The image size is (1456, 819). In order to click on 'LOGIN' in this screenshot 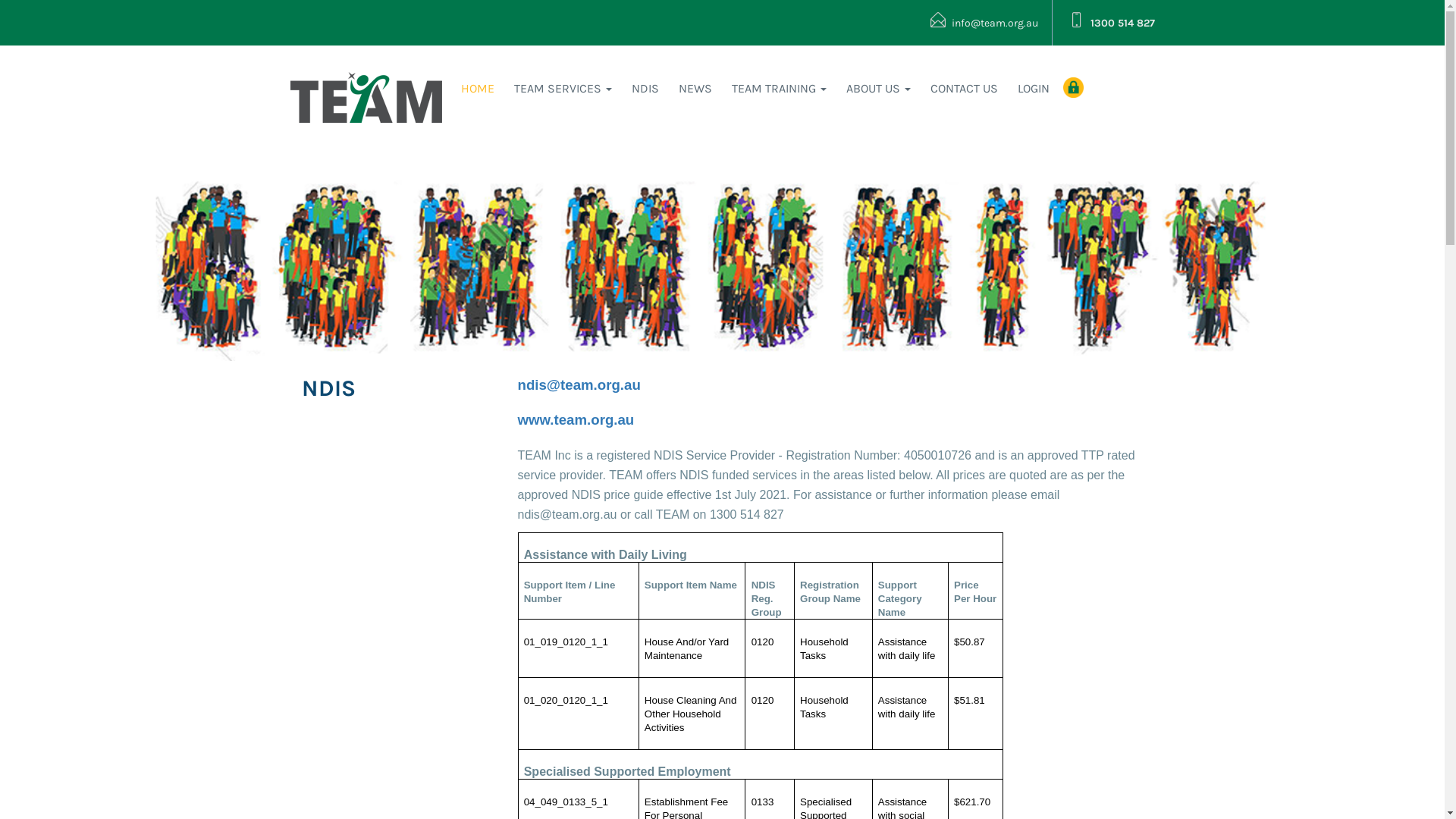, I will do `click(1033, 88)`.